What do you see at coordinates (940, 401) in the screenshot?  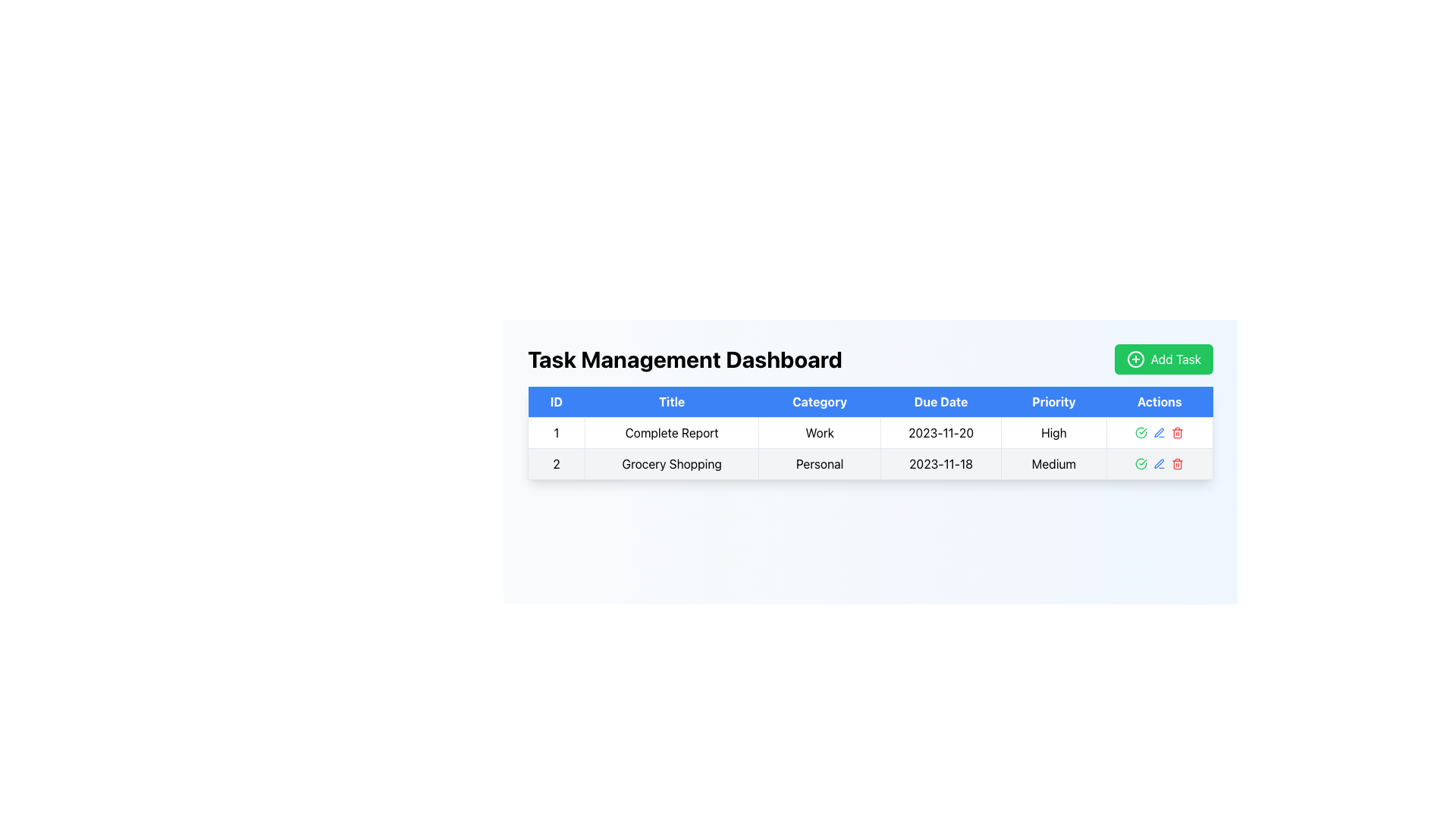 I see `the 'Due Date' text label, which is displayed in bold white font against a blue background and is the fourth header in a table layout` at bounding box center [940, 401].